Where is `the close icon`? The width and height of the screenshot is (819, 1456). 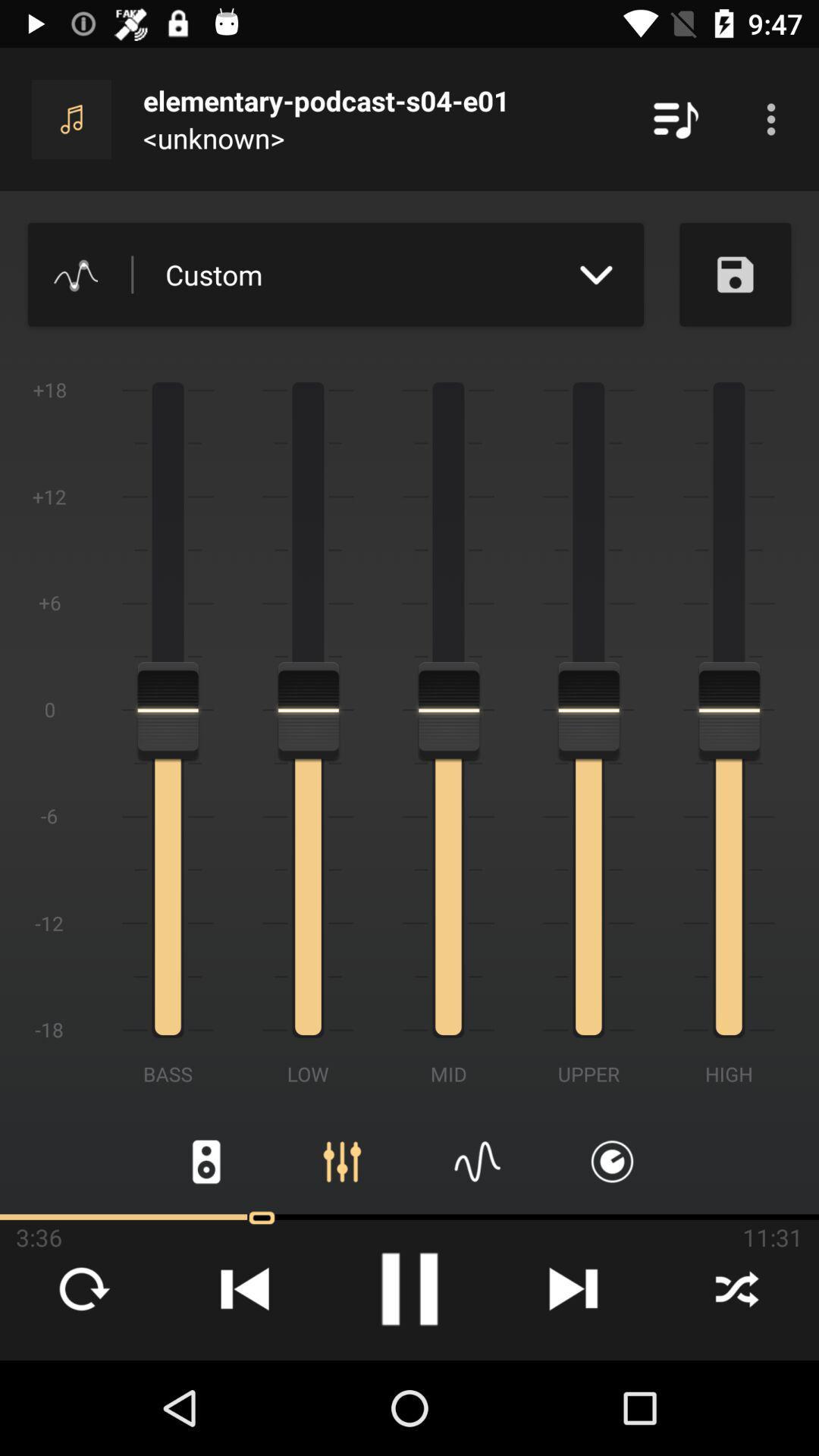 the close icon is located at coordinates (736, 1288).